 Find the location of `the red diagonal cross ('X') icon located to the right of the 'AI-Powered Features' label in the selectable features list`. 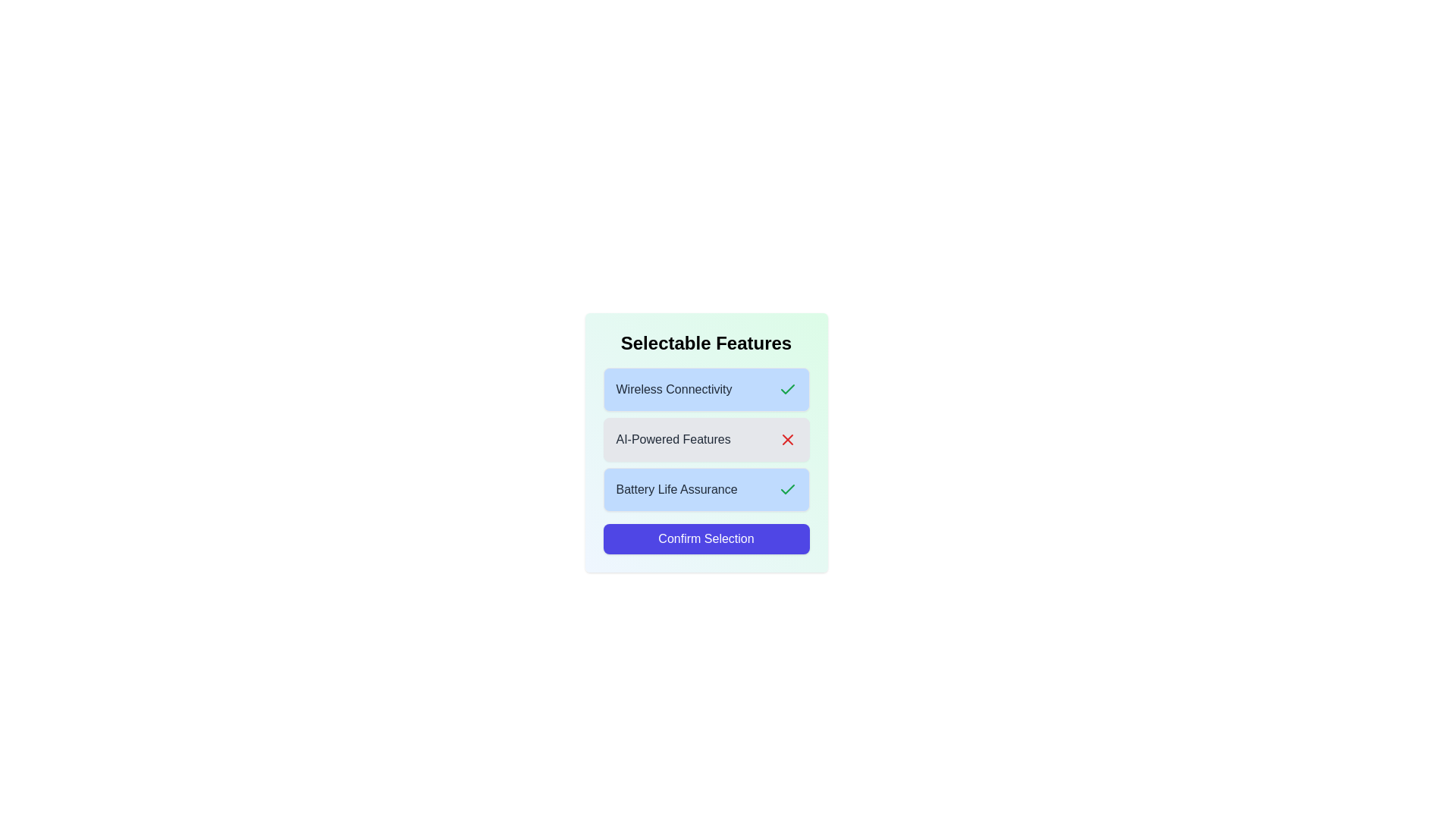

the red diagonal cross ('X') icon located to the right of the 'AI-Powered Features' label in the selectable features list is located at coordinates (787, 439).